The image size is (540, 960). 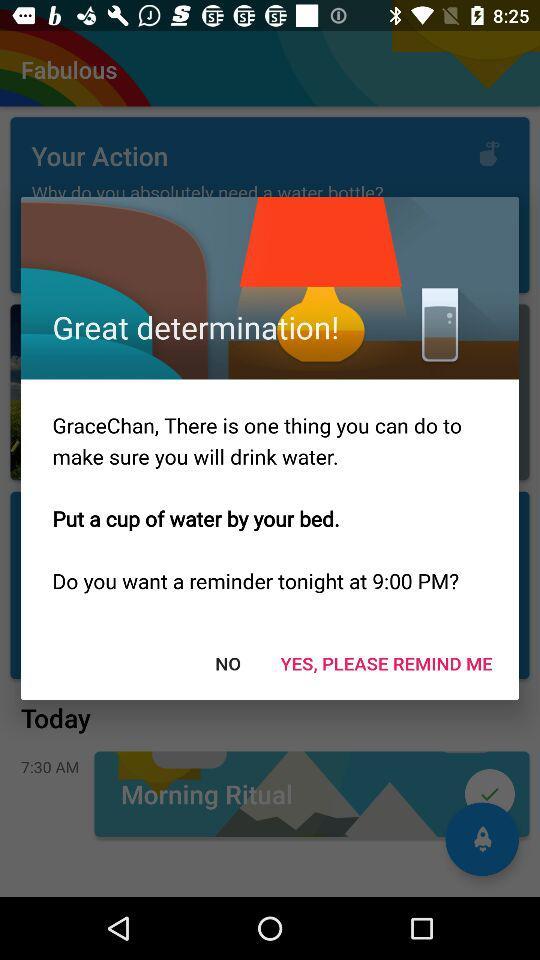 I want to click on the no at the bottom, so click(x=226, y=663).